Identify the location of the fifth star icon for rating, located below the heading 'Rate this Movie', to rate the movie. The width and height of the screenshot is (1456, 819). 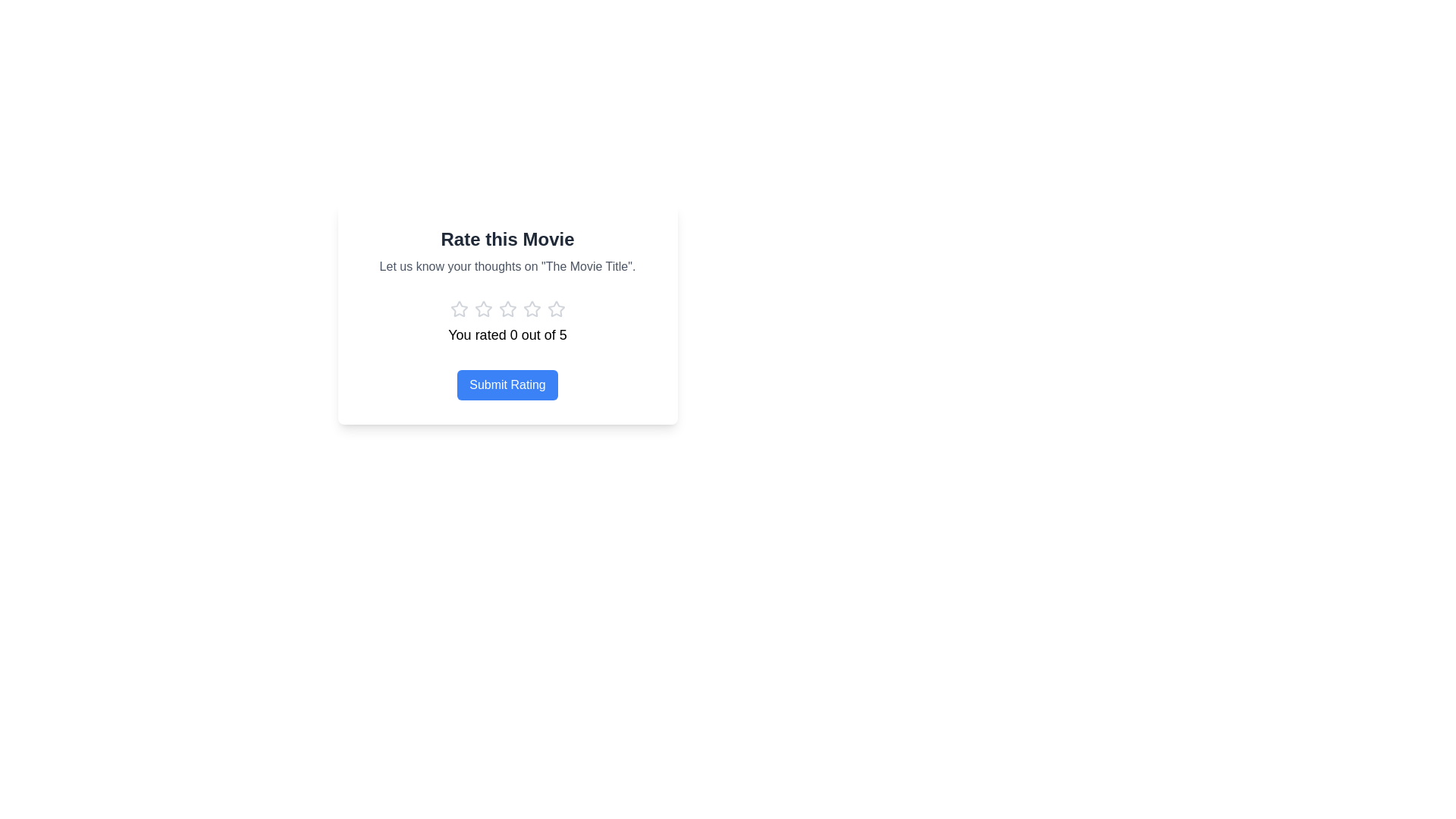
(555, 309).